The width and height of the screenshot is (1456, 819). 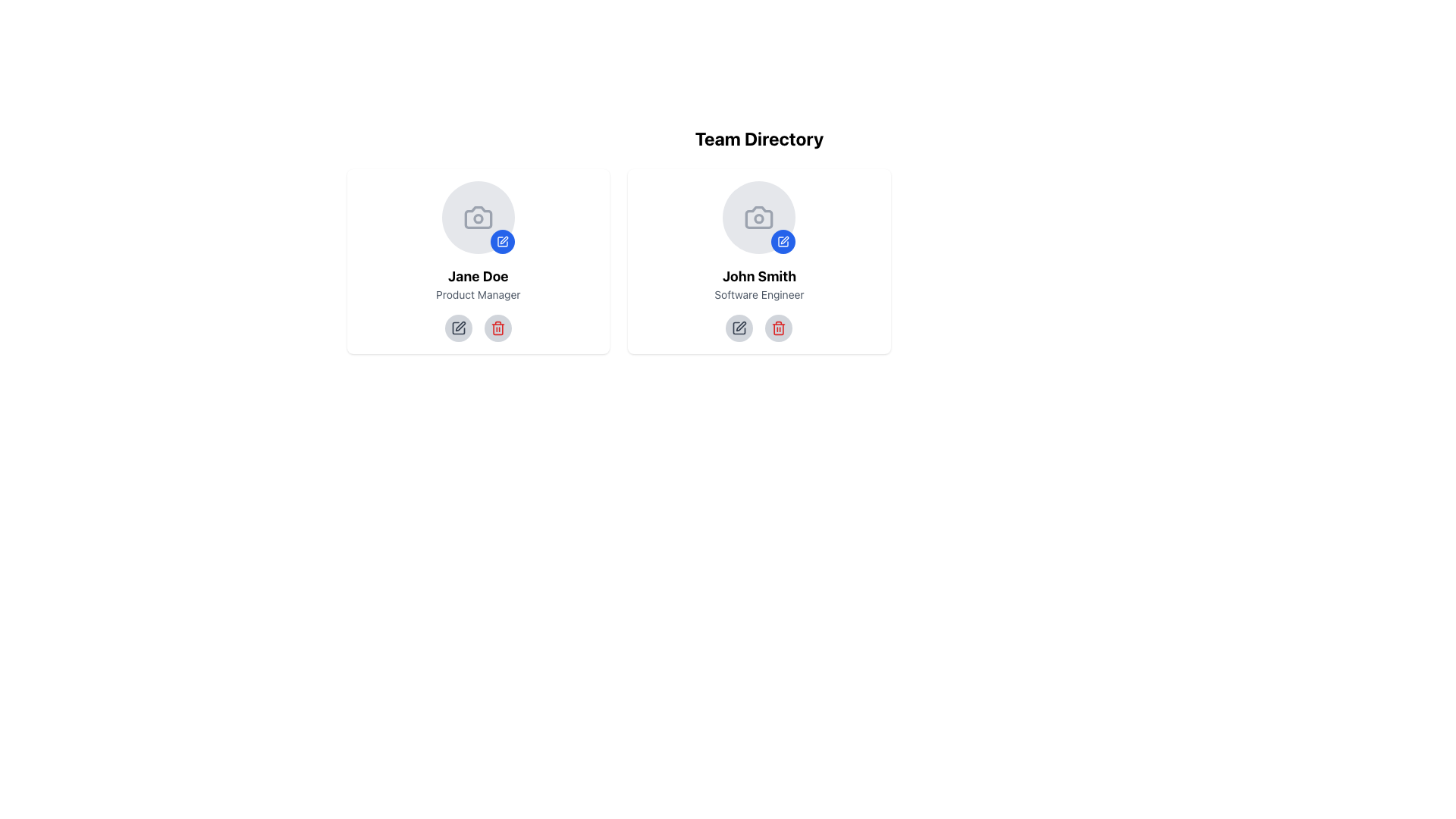 What do you see at coordinates (779, 327) in the screenshot?
I see `the delete icon button located at the bottom-right of John Smith's profile card` at bounding box center [779, 327].